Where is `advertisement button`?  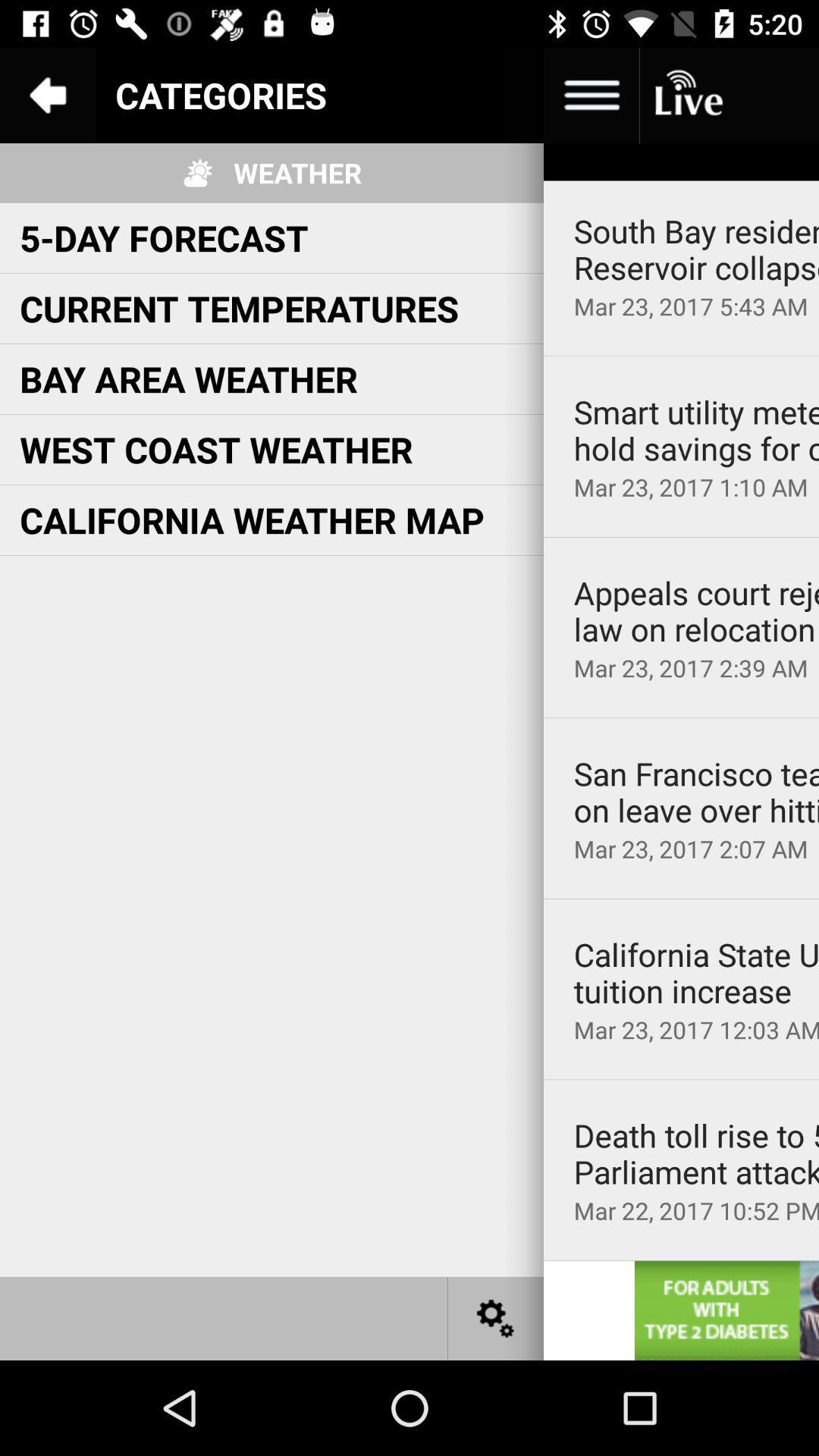 advertisement button is located at coordinates (726, 1310).